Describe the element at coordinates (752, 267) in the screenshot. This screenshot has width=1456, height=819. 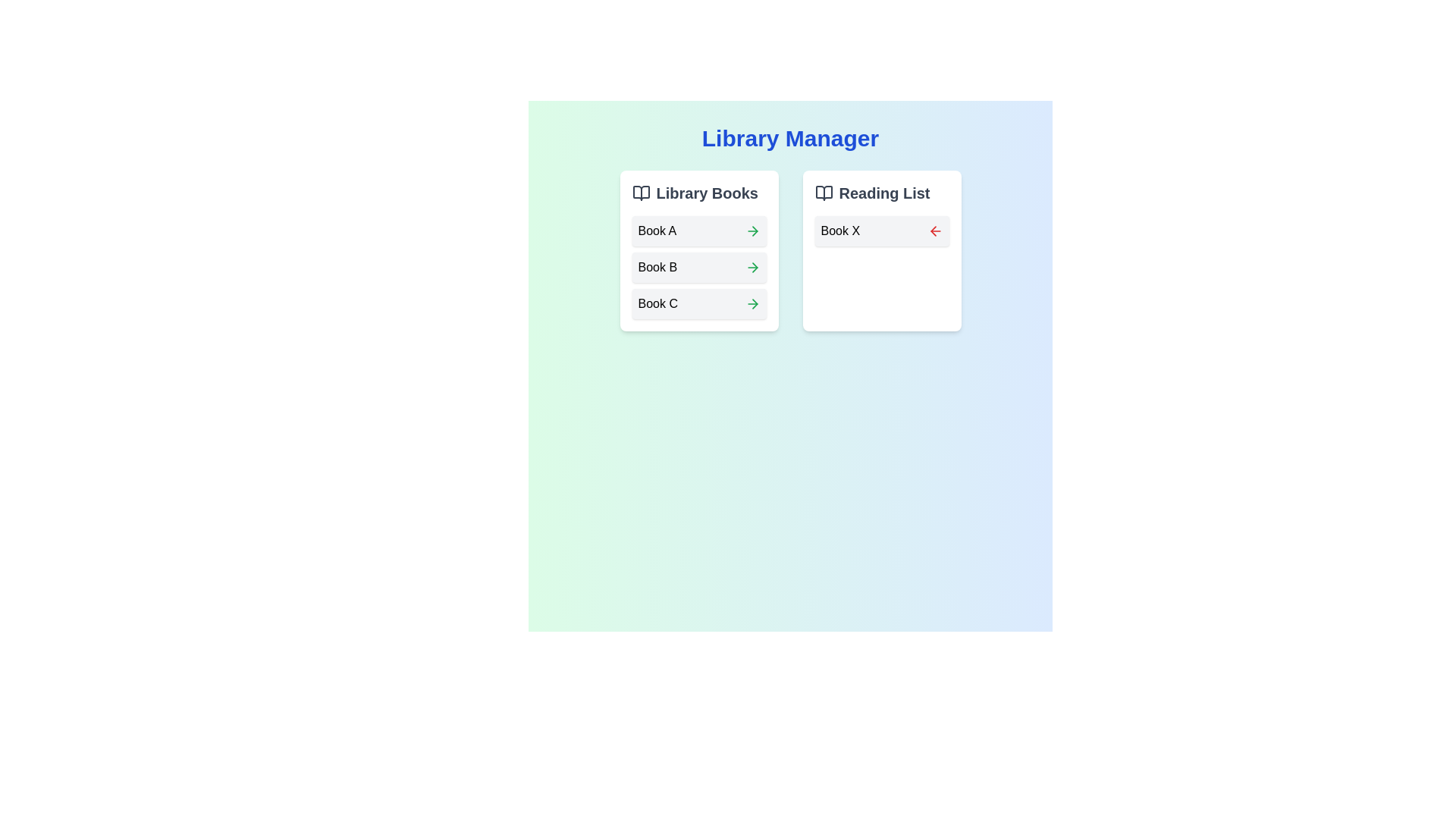
I see `the green right-facing arrow icon adjacent to the text 'Book B' in the 'Library Books' section to initiate an action` at that location.